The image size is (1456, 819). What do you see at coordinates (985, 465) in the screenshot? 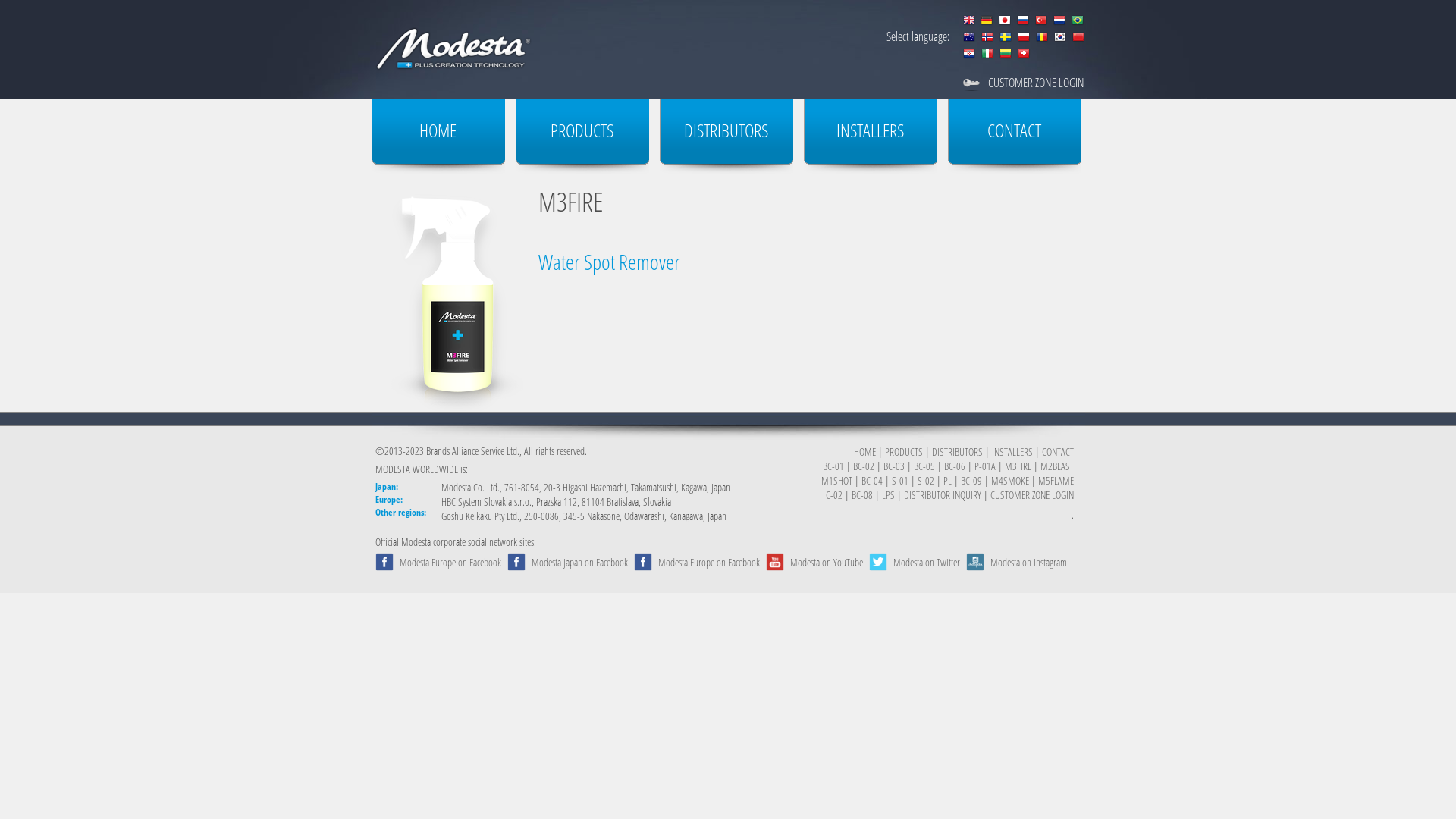
I see `'P-01A'` at bounding box center [985, 465].